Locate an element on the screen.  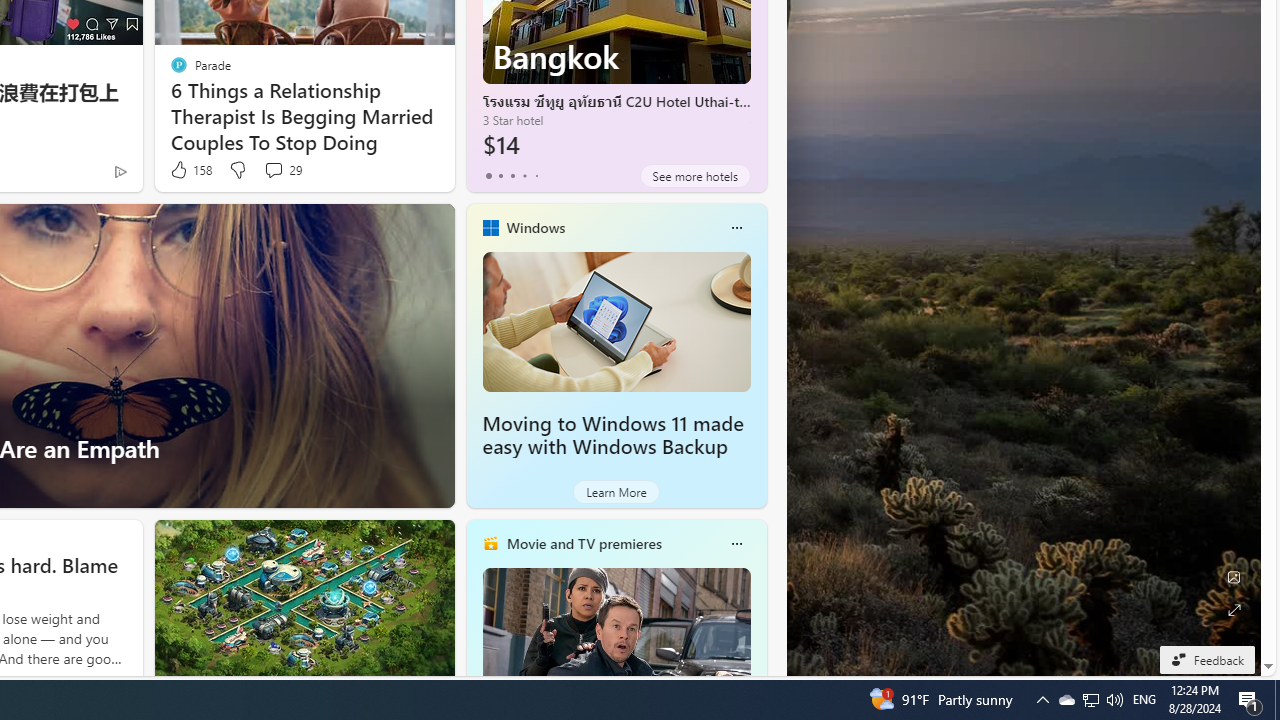
'tab-1' is located at coordinates (500, 175).